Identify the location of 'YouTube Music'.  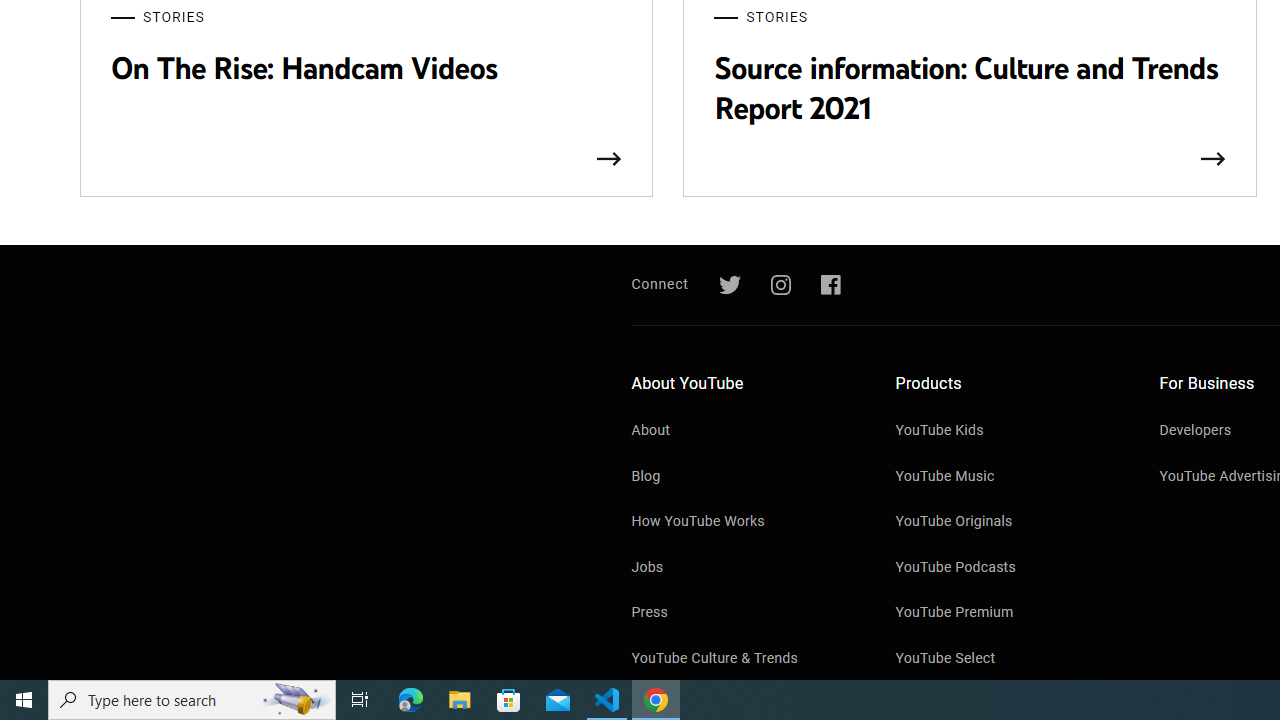
(1007, 478).